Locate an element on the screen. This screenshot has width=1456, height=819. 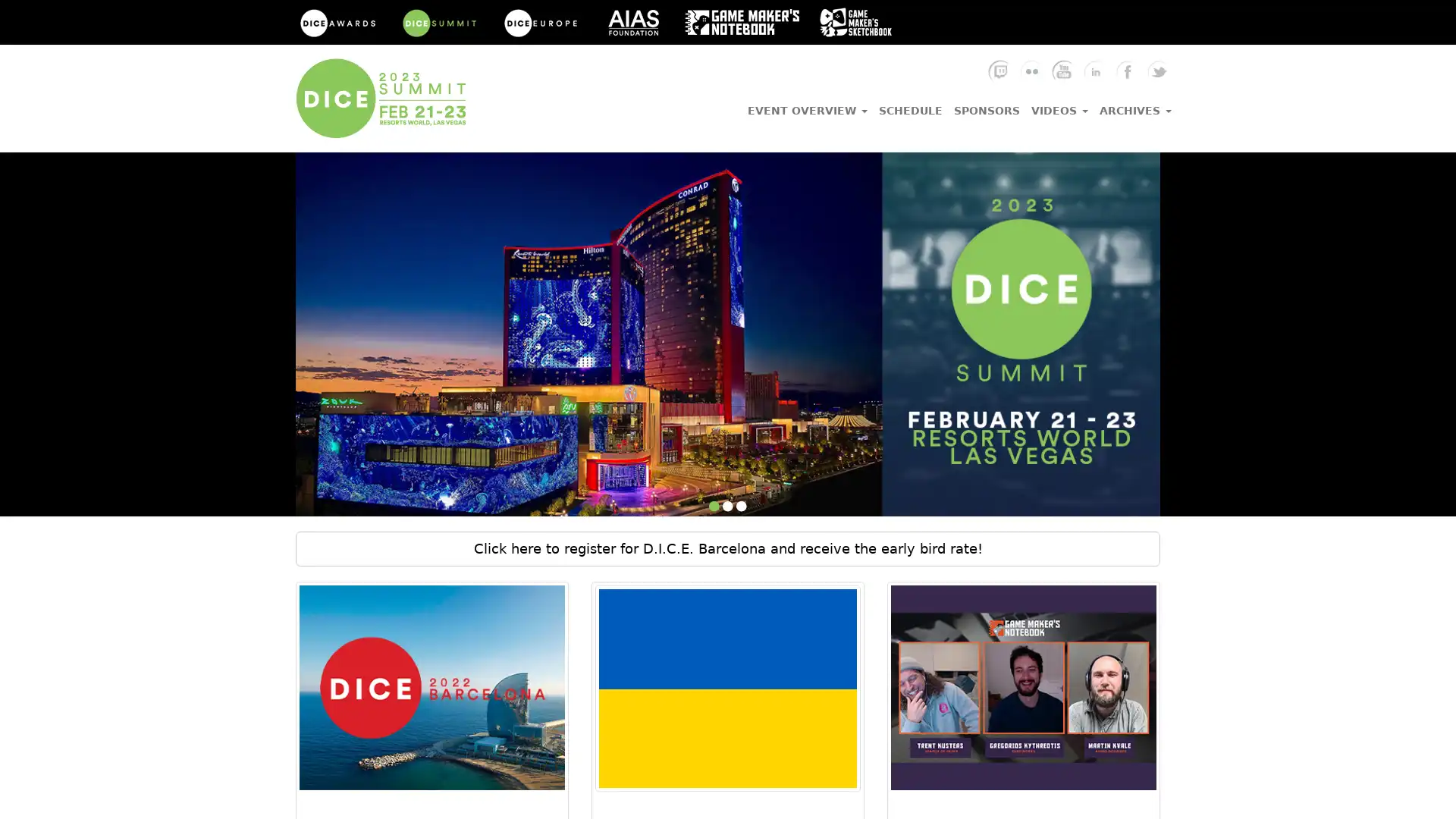
Click here to register for D.I.C.E. Barcelona and receive the early bird rate! is located at coordinates (728, 549).